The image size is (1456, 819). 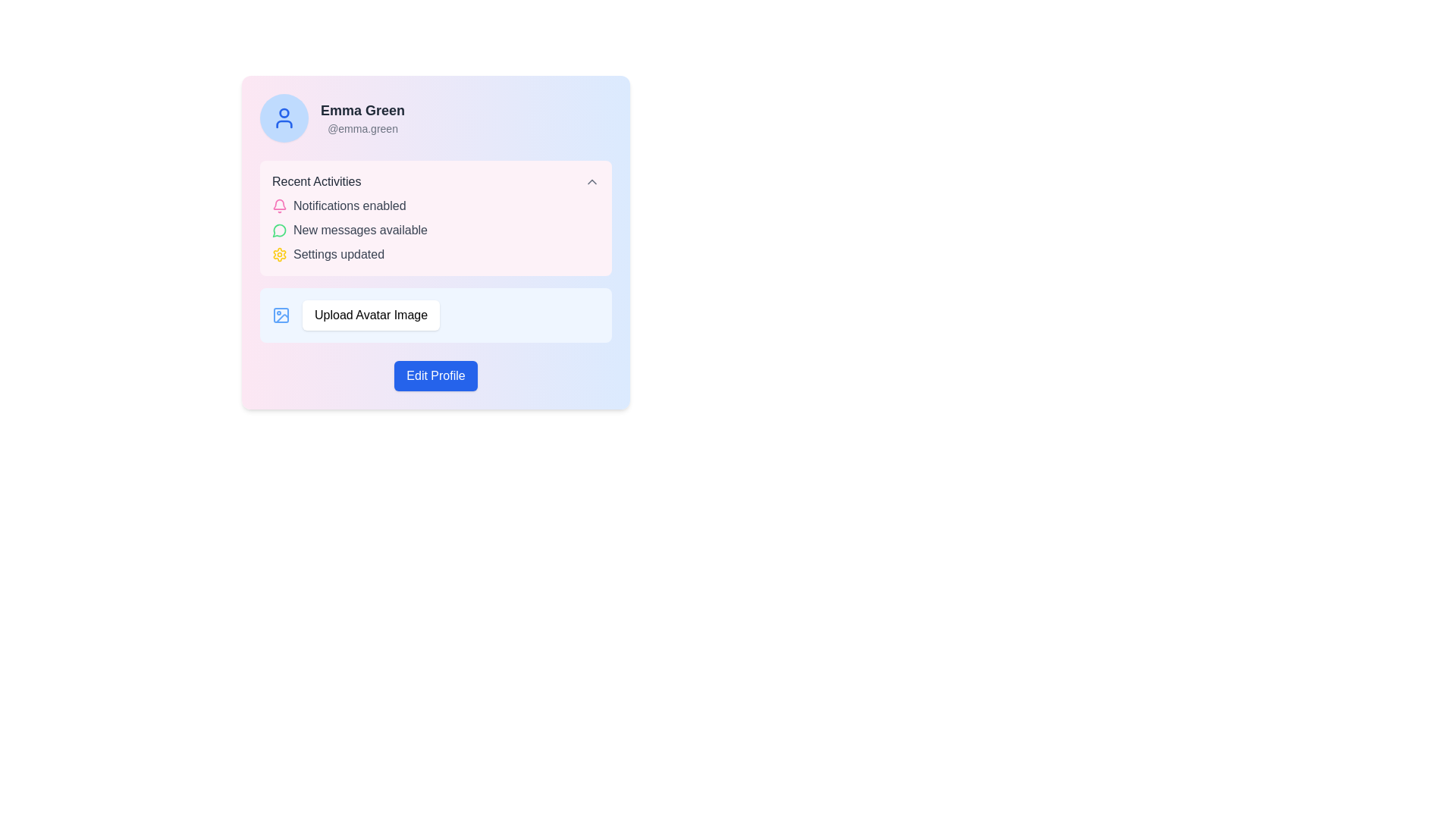 I want to click on the Text Label displaying 'New messages available' in the pink notification area, which is aligned with a green notification icon on its left, so click(x=359, y=231).